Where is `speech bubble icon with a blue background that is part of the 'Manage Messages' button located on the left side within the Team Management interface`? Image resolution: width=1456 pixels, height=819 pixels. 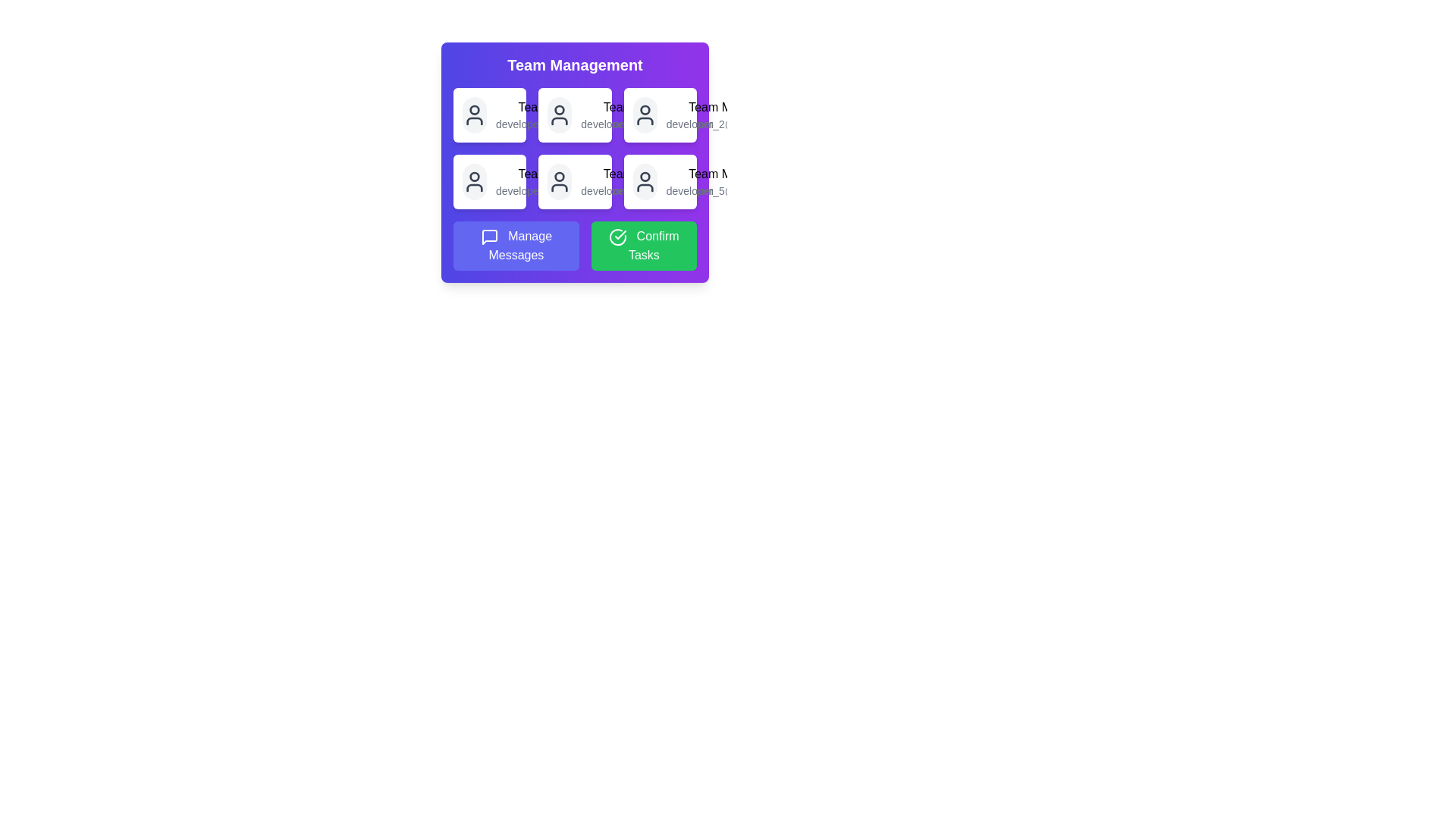
speech bubble icon with a blue background that is part of the 'Manage Messages' button located on the left side within the Team Management interface is located at coordinates (489, 237).